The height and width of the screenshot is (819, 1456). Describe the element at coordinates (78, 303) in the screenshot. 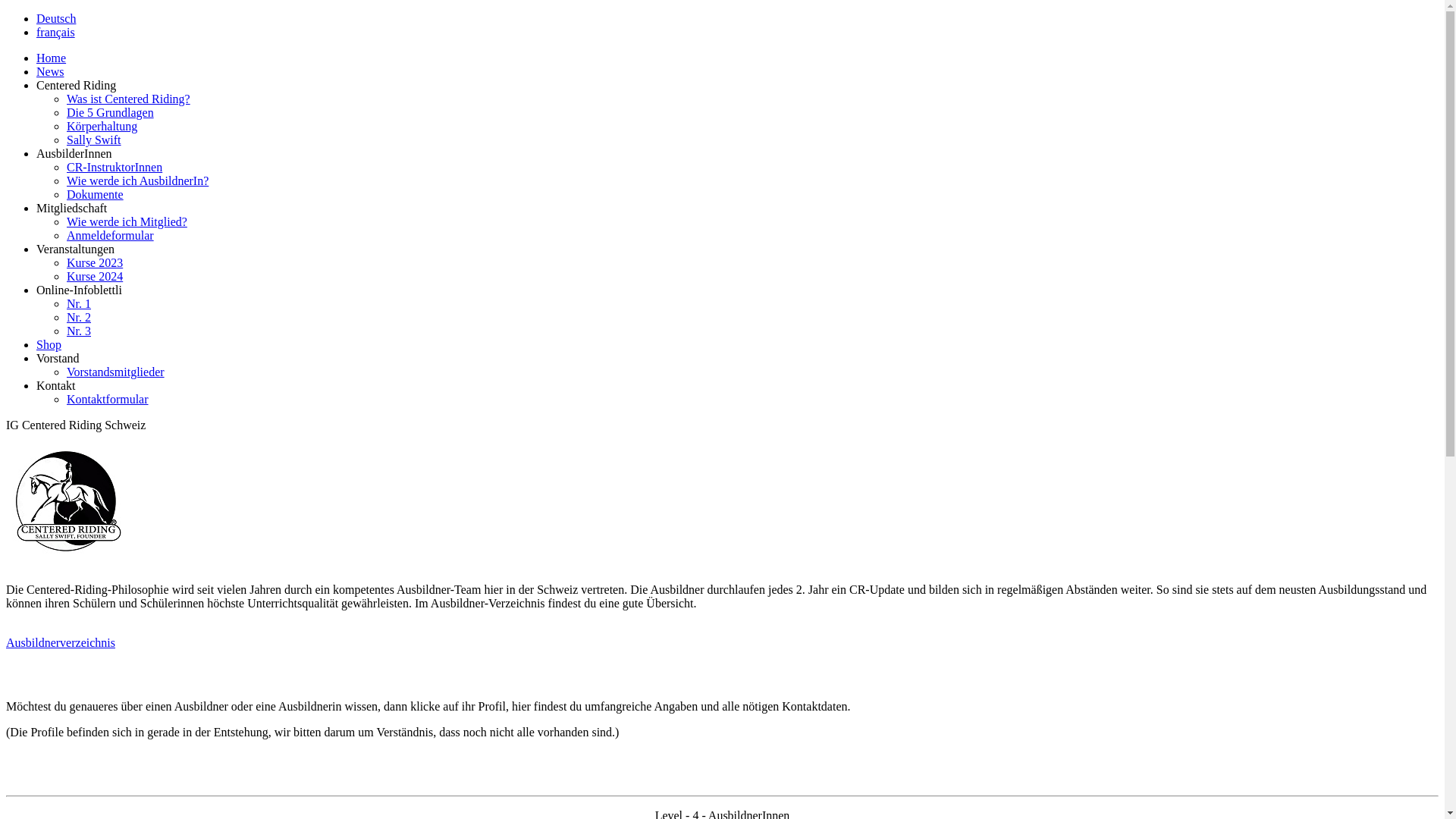

I see `'Nr. 1'` at that location.